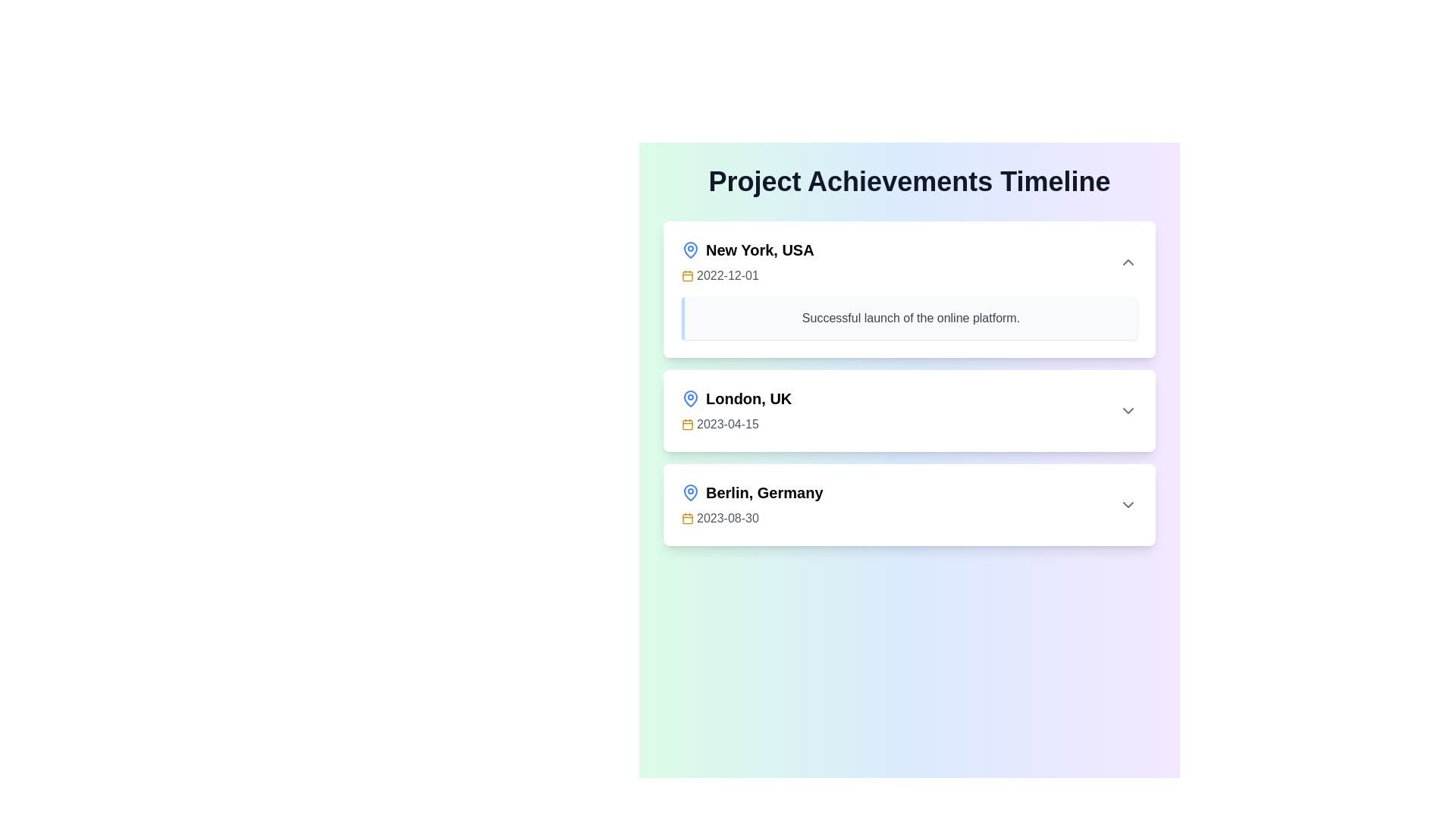 The width and height of the screenshot is (1456, 819). Describe the element at coordinates (687, 424) in the screenshot. I see `the yellow rounded rectangle background graphic element within the calendar-themed SVG group` at that location.